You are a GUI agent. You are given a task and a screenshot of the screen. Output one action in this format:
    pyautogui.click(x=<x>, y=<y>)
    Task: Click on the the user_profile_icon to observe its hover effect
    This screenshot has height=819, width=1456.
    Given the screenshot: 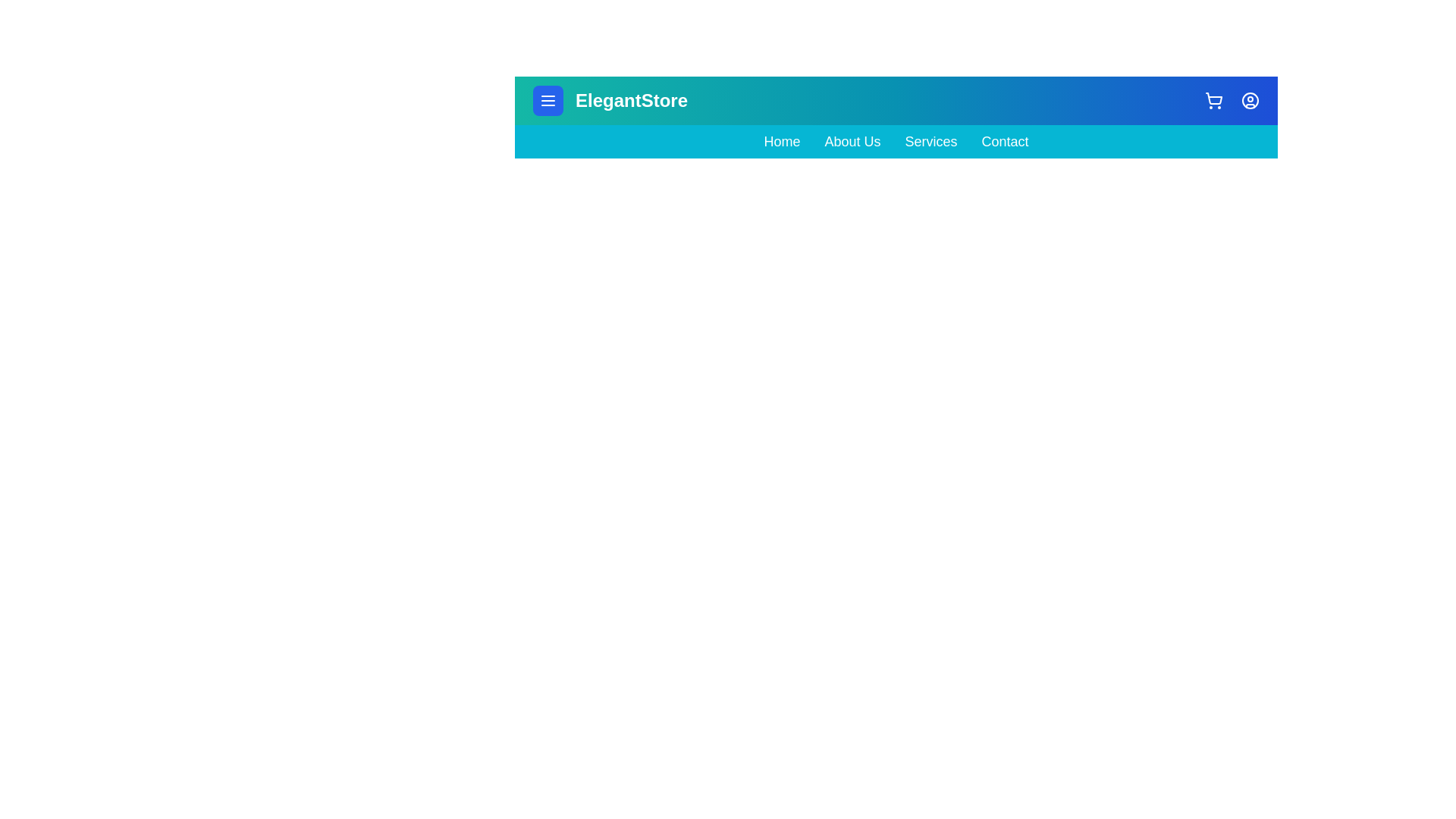 What is the action you would take?
    pyautogui.click(x=1250, y=100)
    